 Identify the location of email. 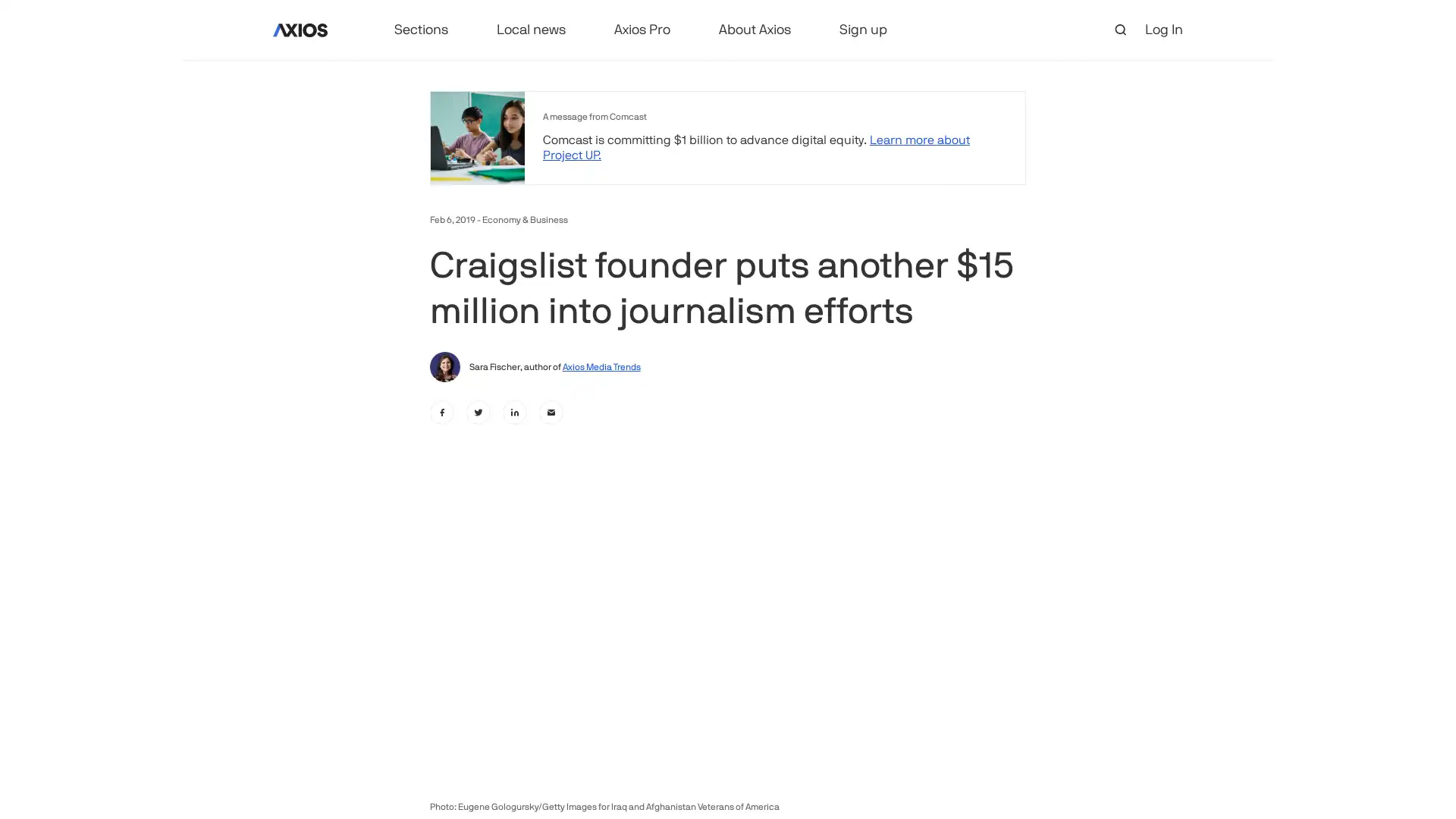
(549, 412).